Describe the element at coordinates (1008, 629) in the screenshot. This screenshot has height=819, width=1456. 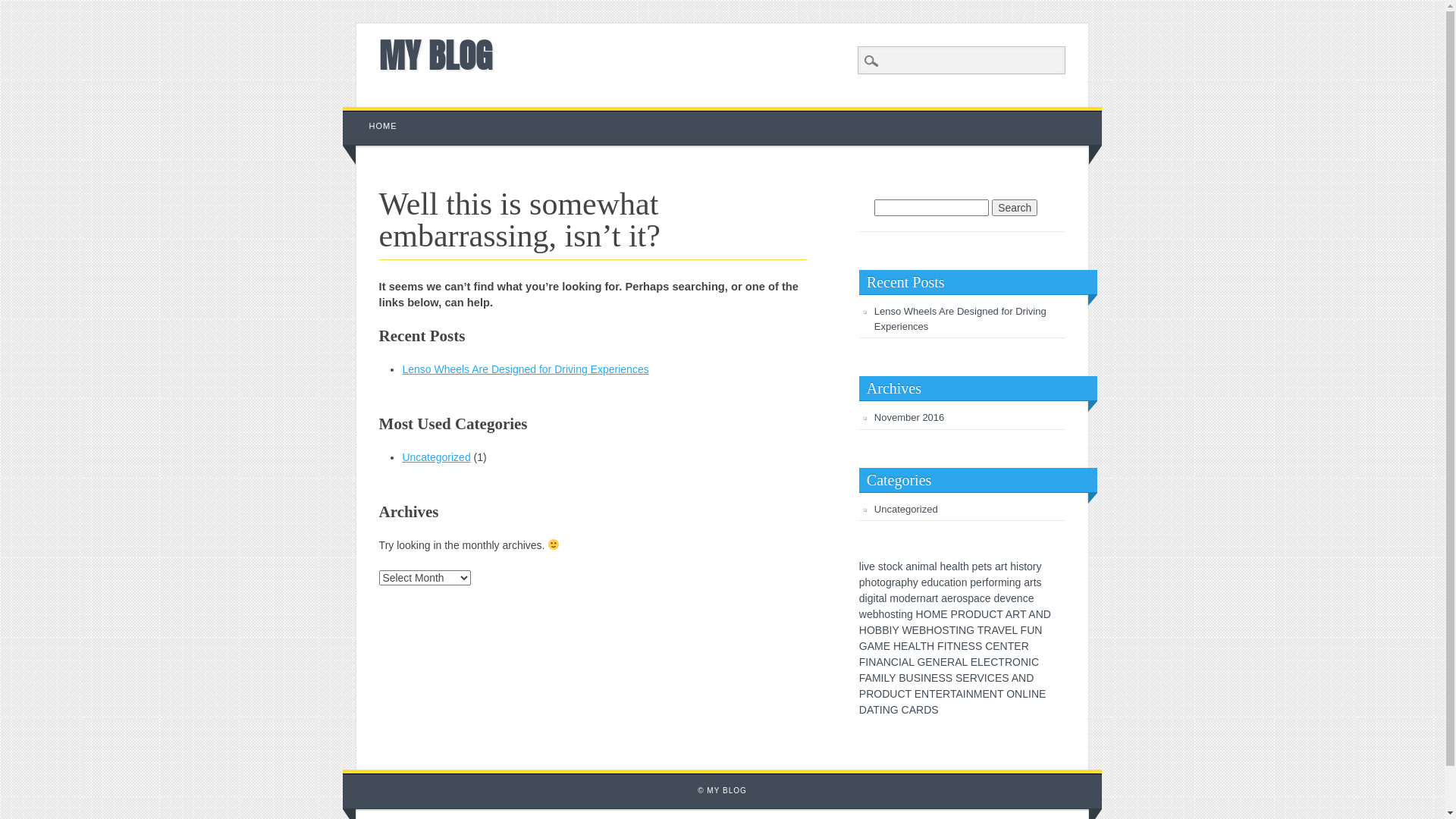
I see `'E'` at that location.